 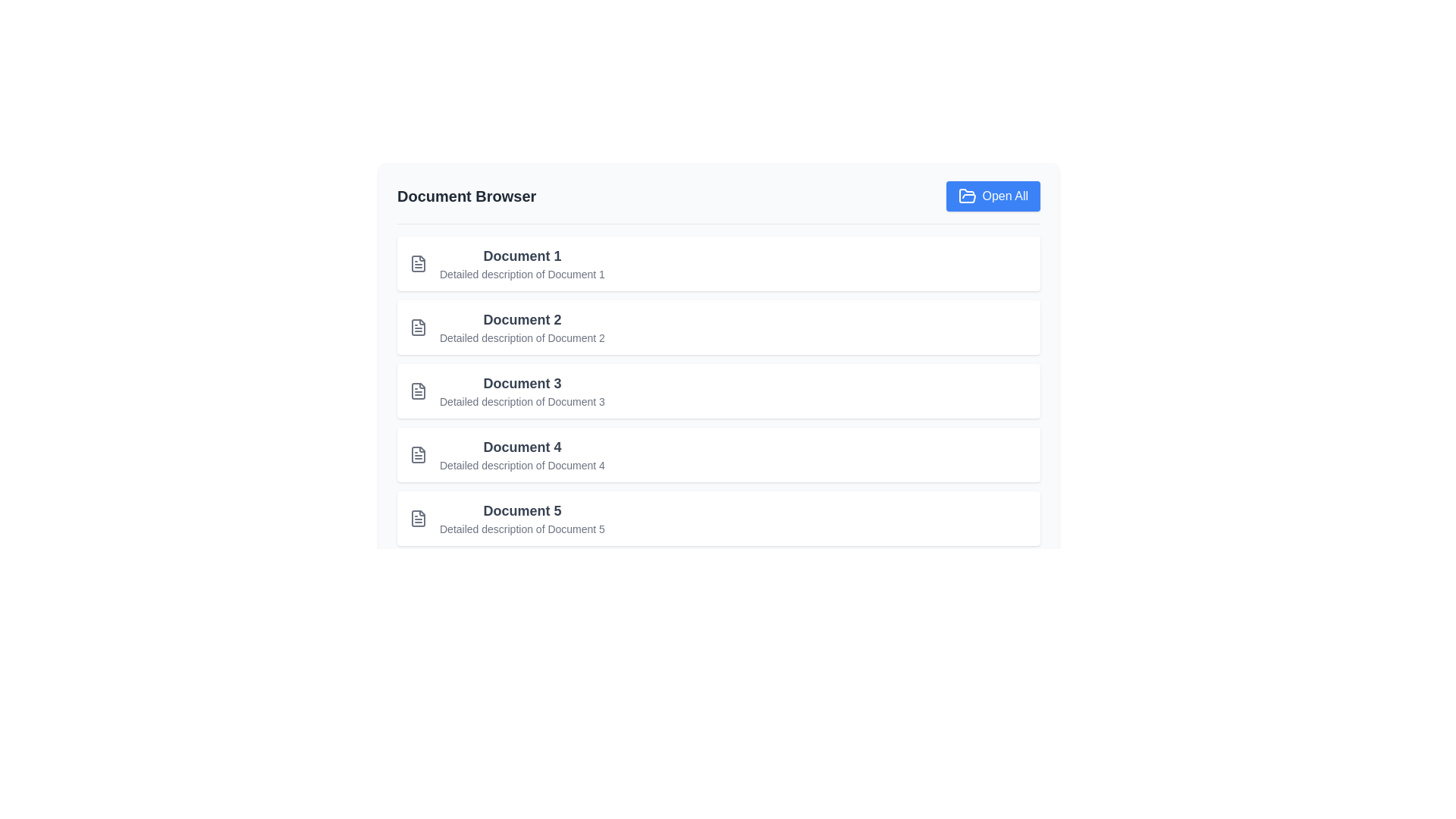 What do you see at coordinates (522, 447) in the screenshot?
I see `the label displaying 'Document 4', which is styled in bold, larger font and dark gray color, centrally aligned within its card layout` at bounding box center [522, 447].